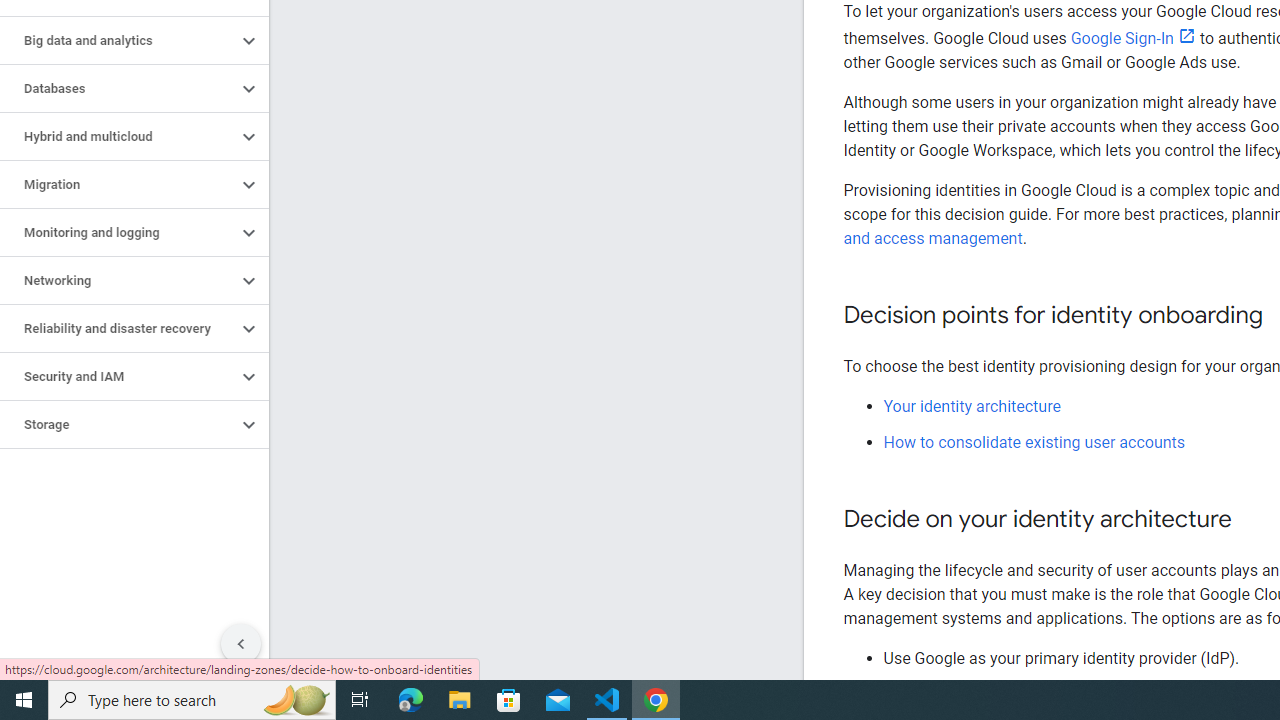 This screenshot has width=1280, height=720. What do you see at coordinates (117, 136) in the screenshot?
I see `'Hybrid and multicloud'` at bounding box center [117, 136].